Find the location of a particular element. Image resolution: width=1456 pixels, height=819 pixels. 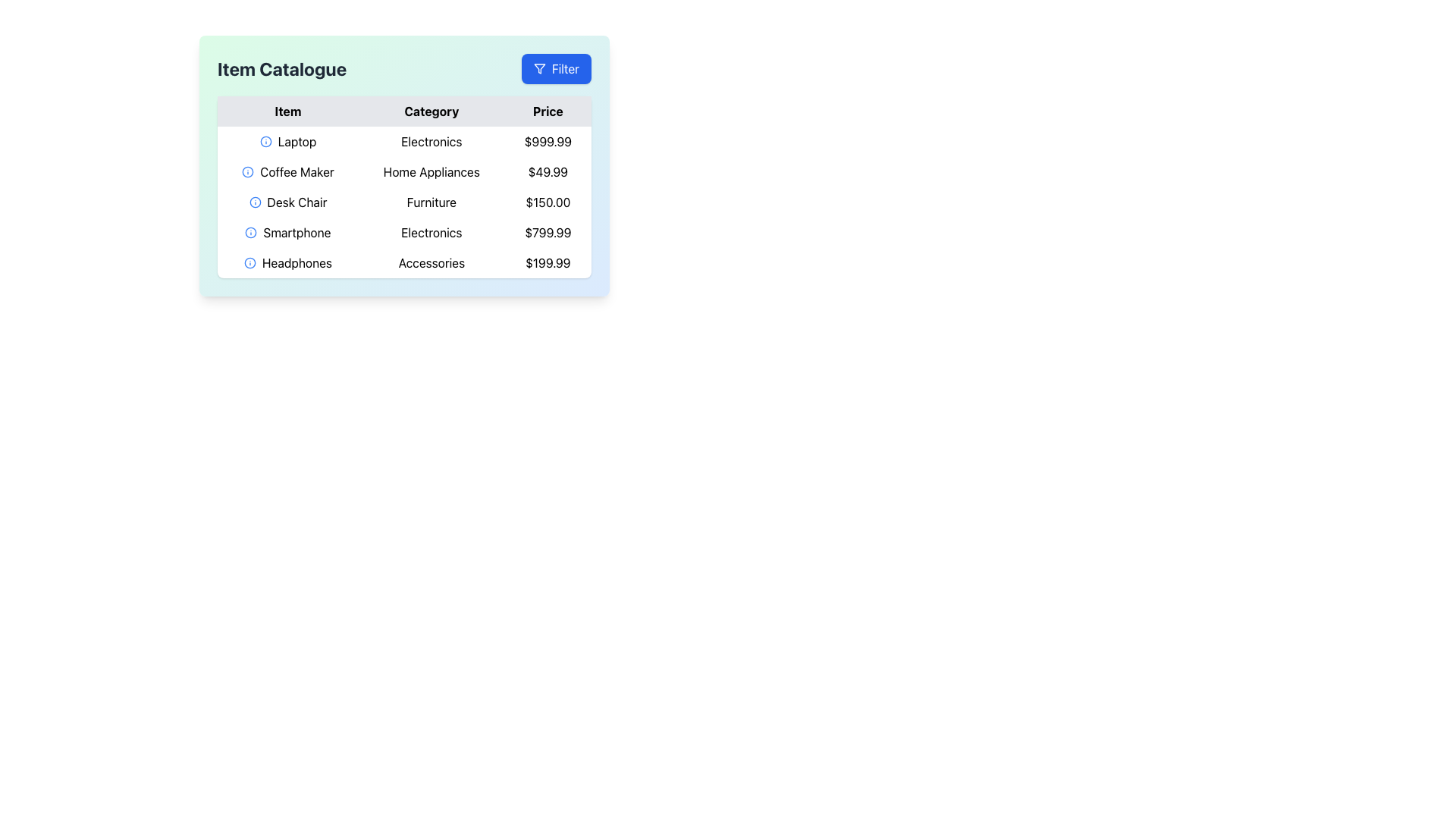

the text label displaying 'Smartphone', which is located in the third row of the 'Item' column in the 'Item Catalogue' table, aligned horizontally with 'Electronics' and '$799.99' is located at coordinates (287, 233).